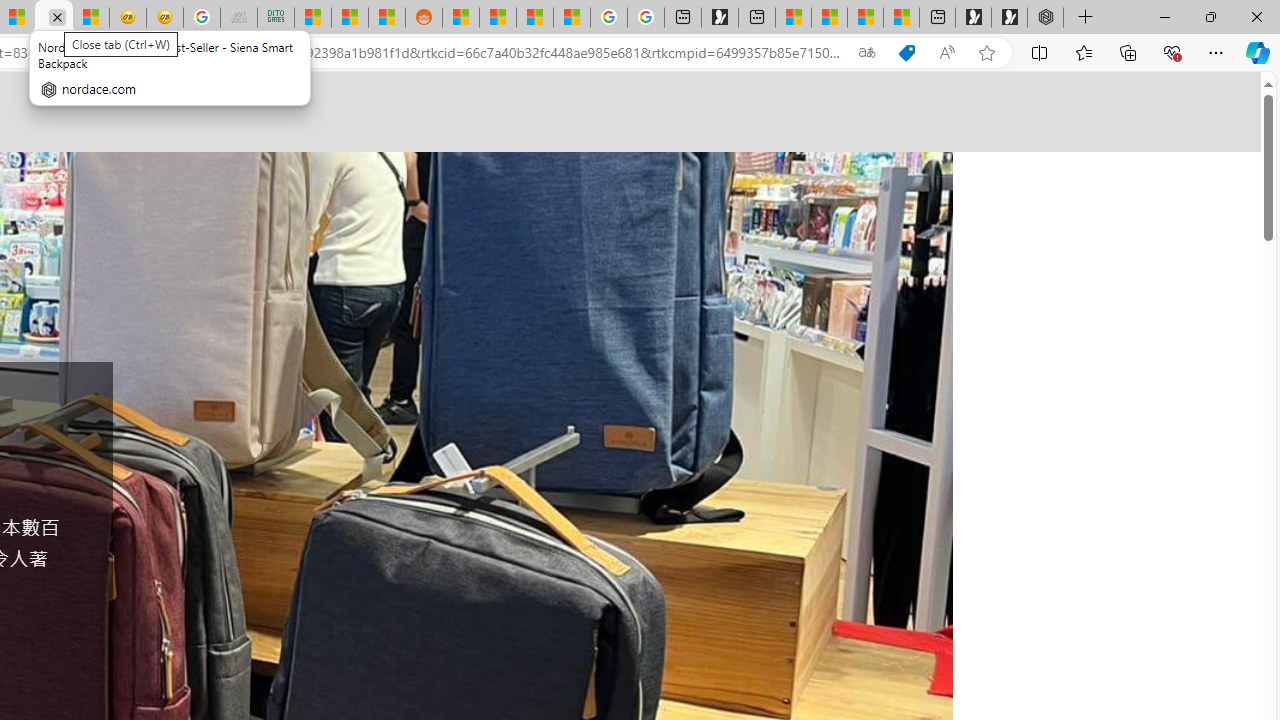 Image resolution: width=1280 pixels, height=720 pixels. Describe the element at coordinates (239, 17) in the screenshot. I see `'Navy Quest'` at that location.